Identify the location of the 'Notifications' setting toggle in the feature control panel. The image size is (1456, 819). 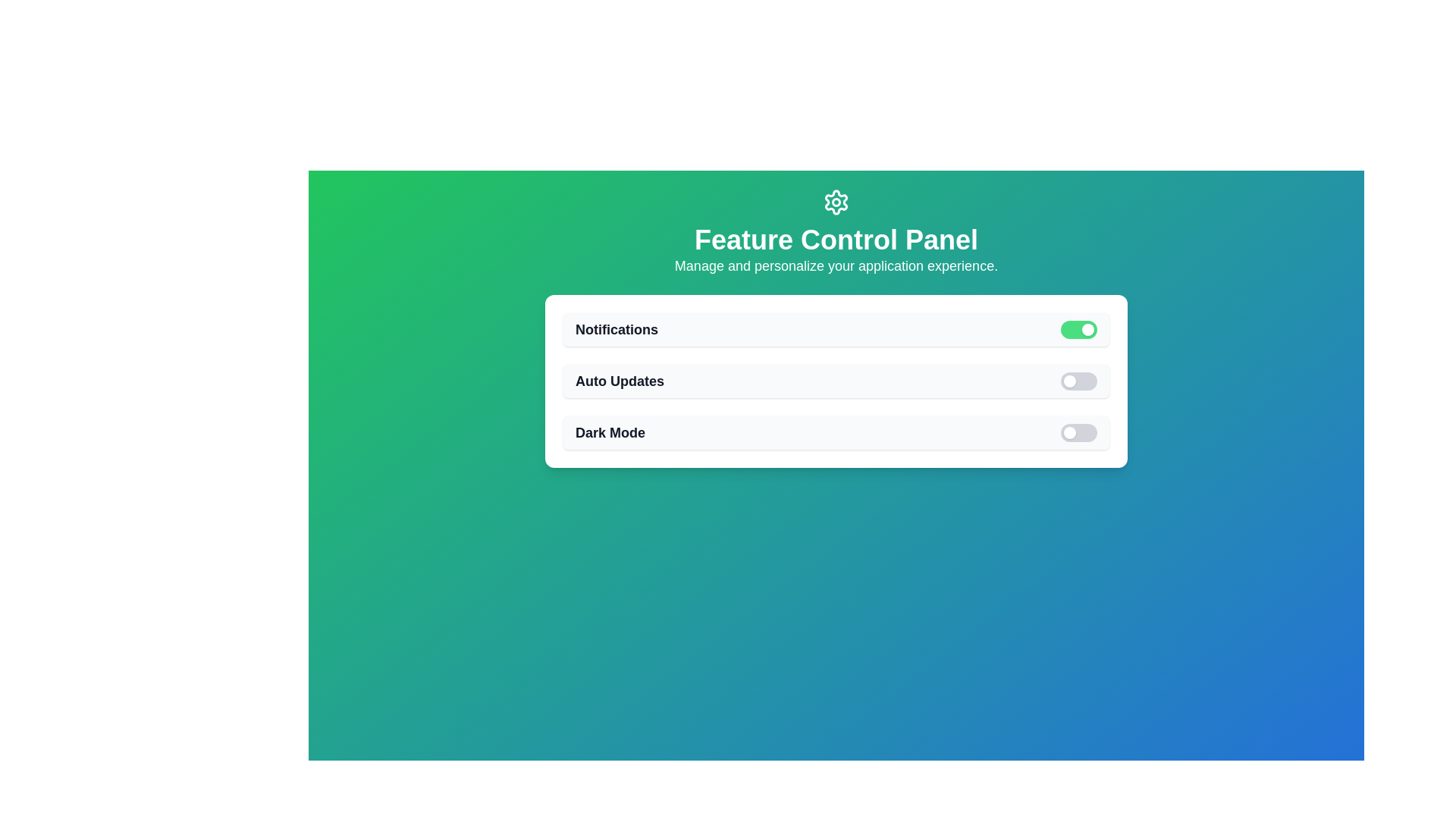
(836, 329).